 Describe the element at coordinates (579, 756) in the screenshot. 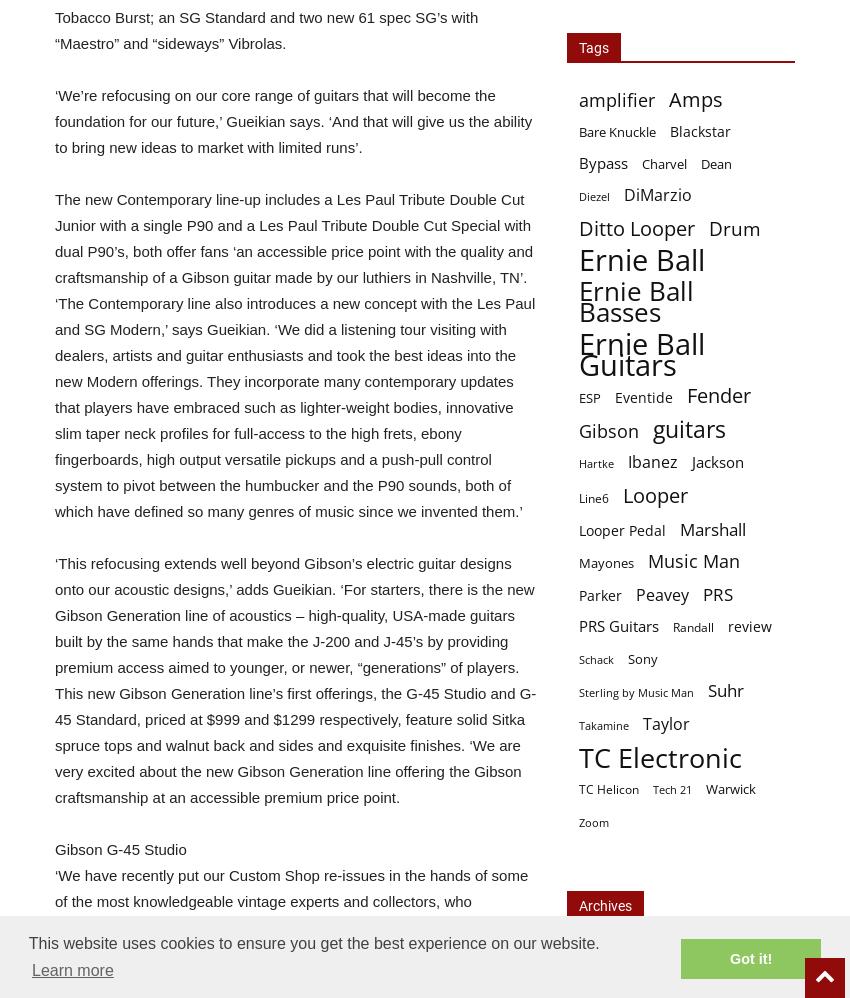

I see `'TC Electronic'` at that location.